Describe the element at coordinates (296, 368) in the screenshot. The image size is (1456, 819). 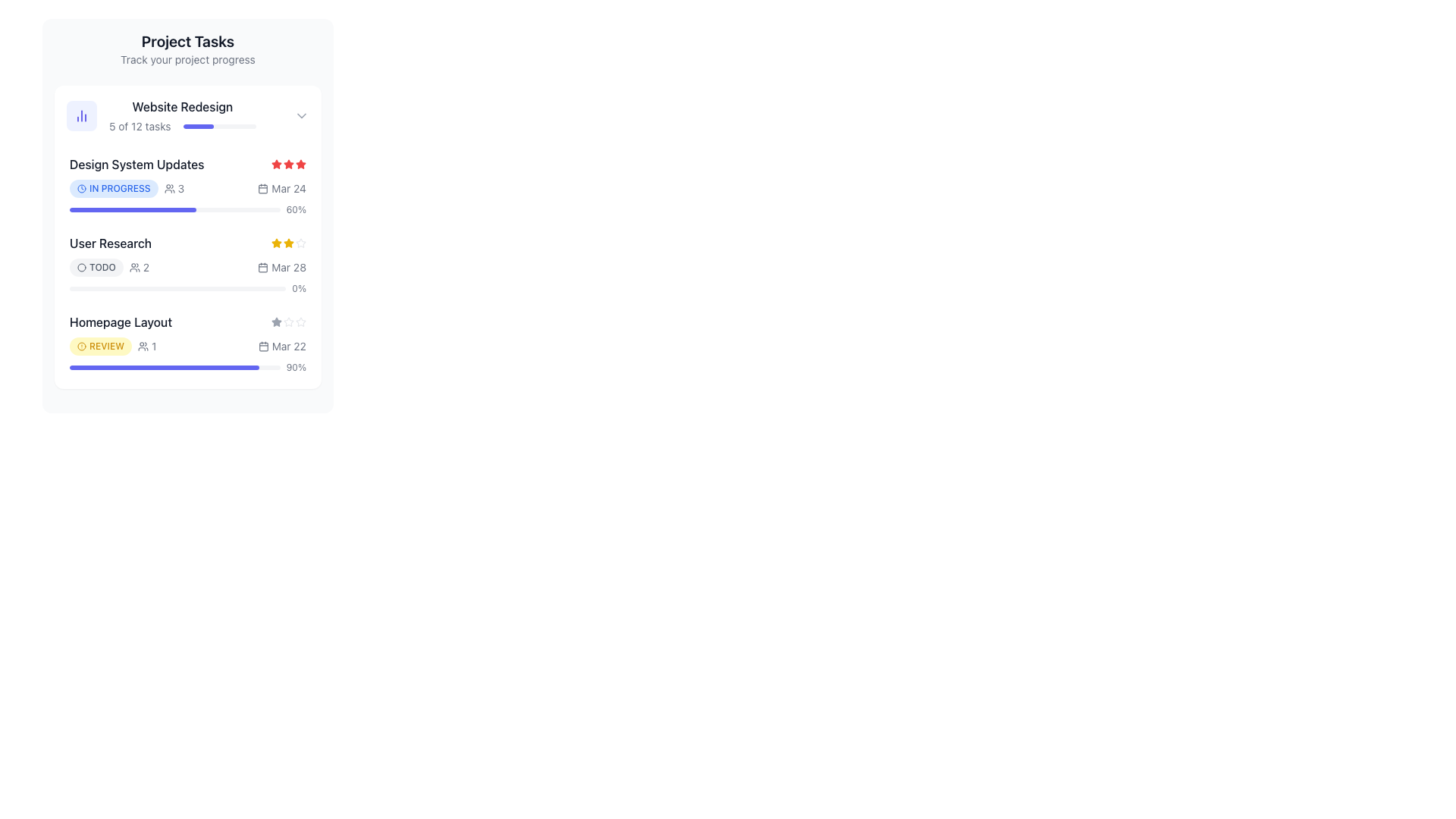
I see `the static text label displaying '90%' at the end of the progress bar in the 'Homepage Layout' task card` at that location.